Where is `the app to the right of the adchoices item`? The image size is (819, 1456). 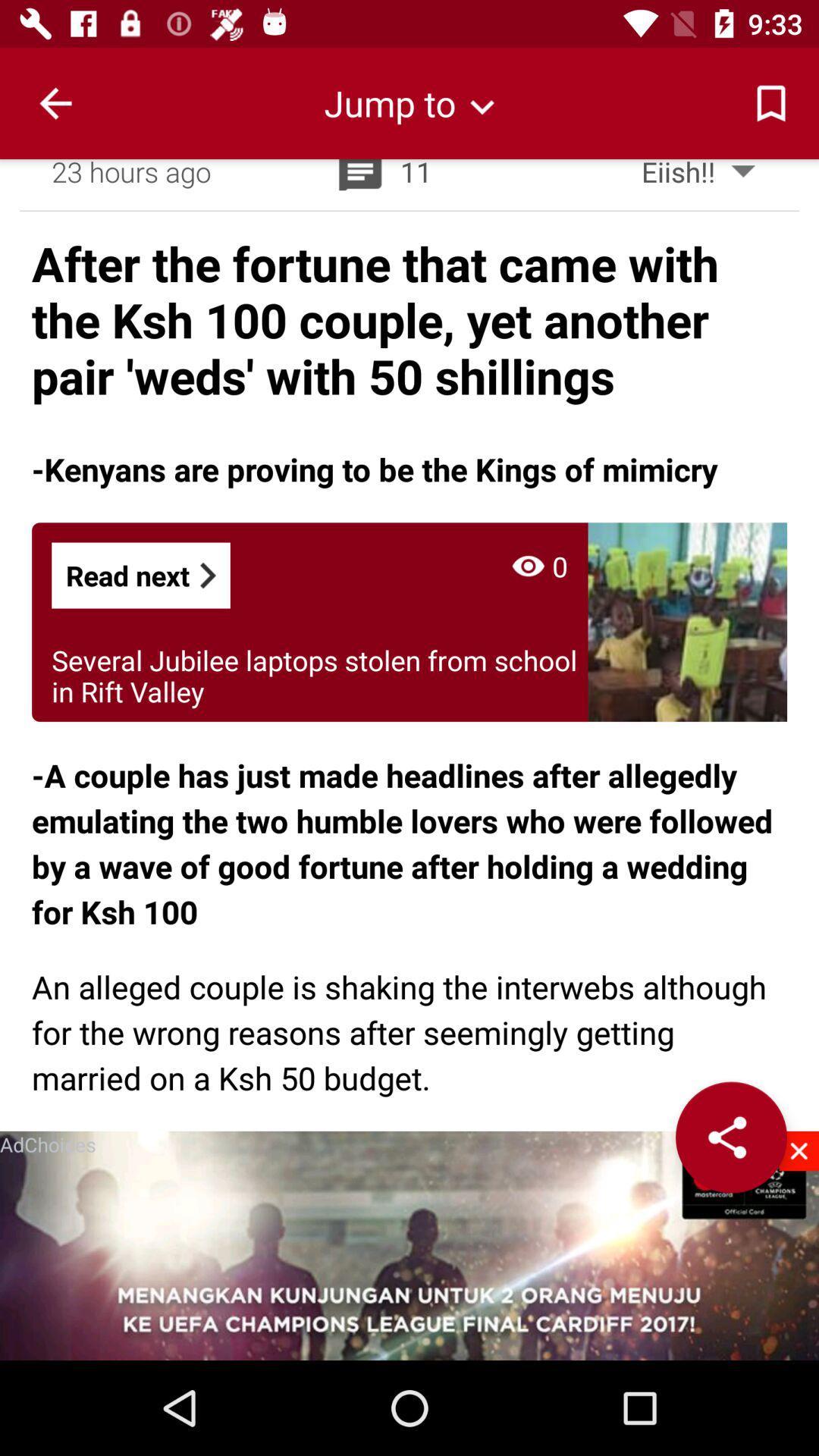
the app to the right of the adchoices item is located at coordinates (730, 1137).